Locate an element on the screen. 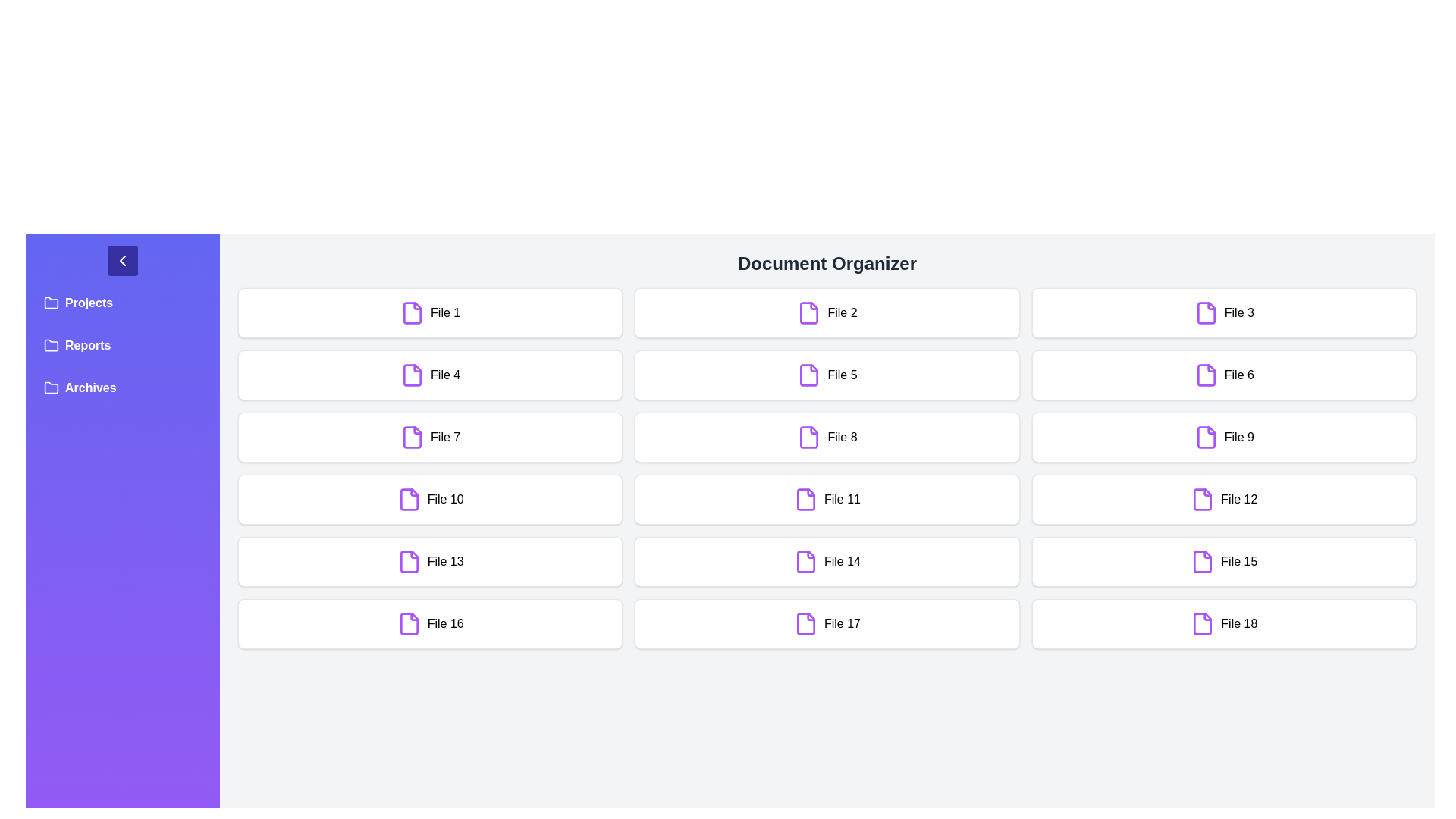  the folder labeled Projects in the sidebar to open it is located at coordinates (123, 303).